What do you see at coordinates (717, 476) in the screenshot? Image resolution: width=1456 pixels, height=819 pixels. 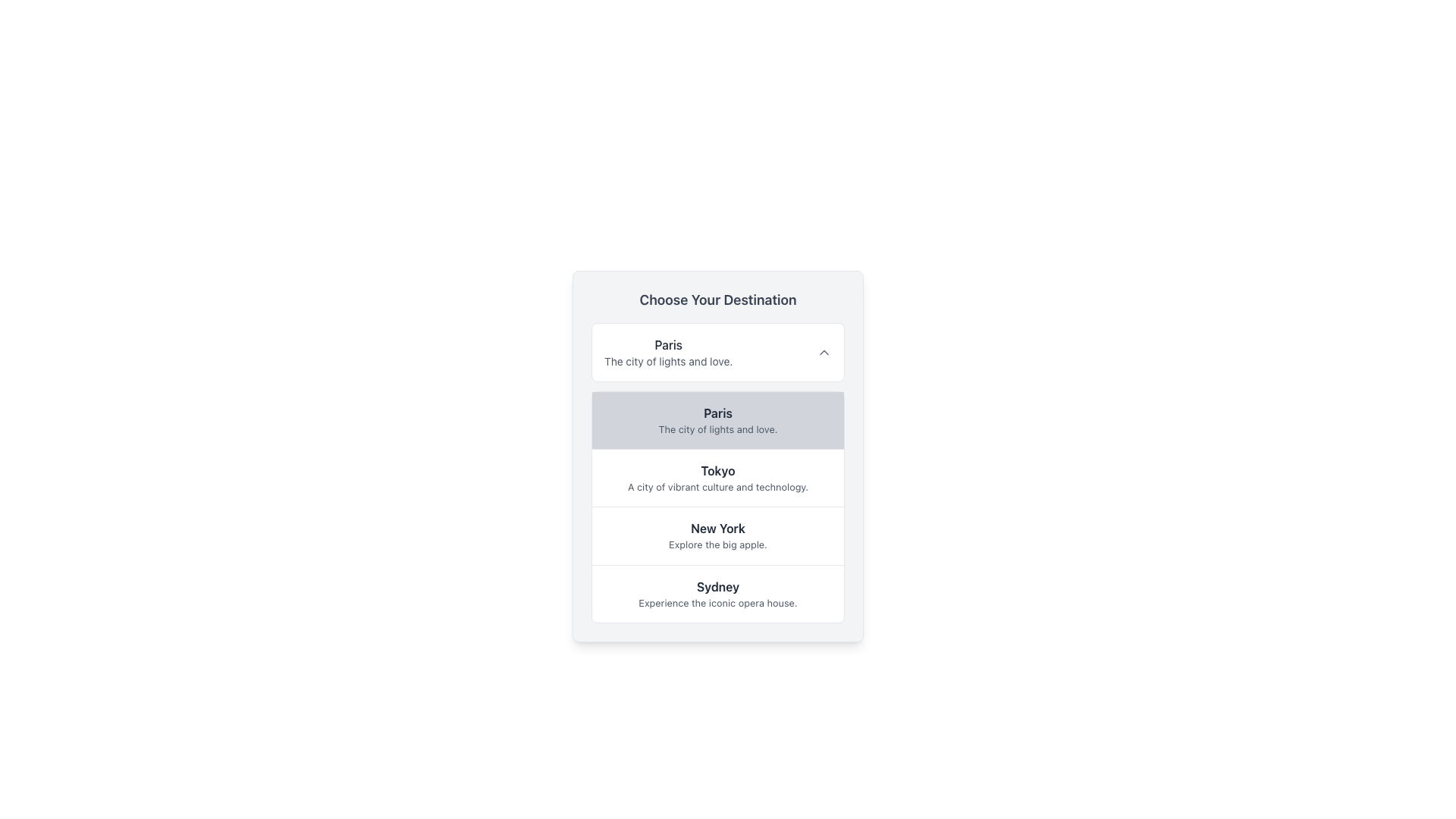 I see `the selectable list item displaying 'Tokyo'` at bounding box center [717, 476].